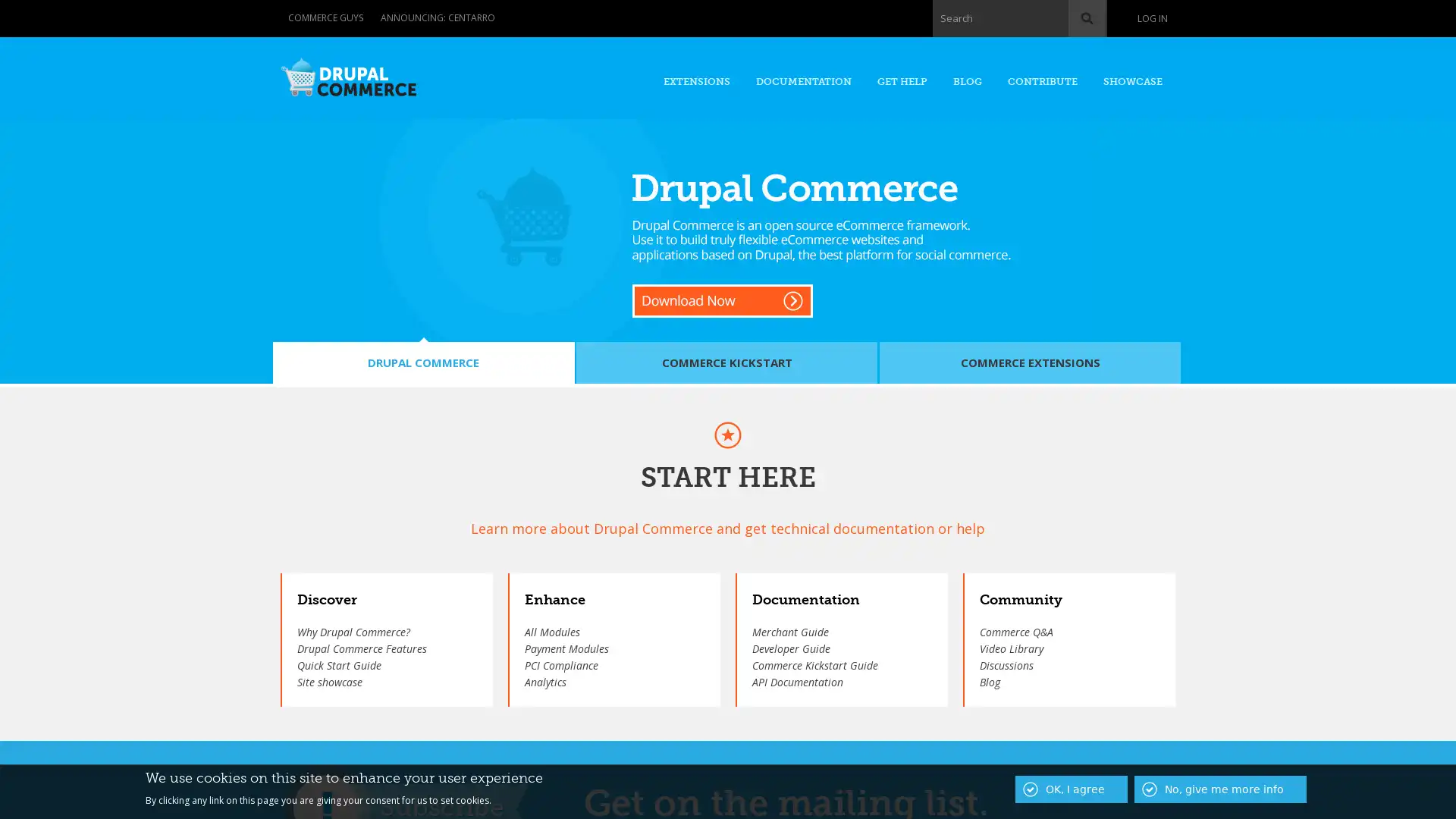  Describe the element at coordinates (1070, 789) in the screenshot. I see `OK, I agree` at that location.